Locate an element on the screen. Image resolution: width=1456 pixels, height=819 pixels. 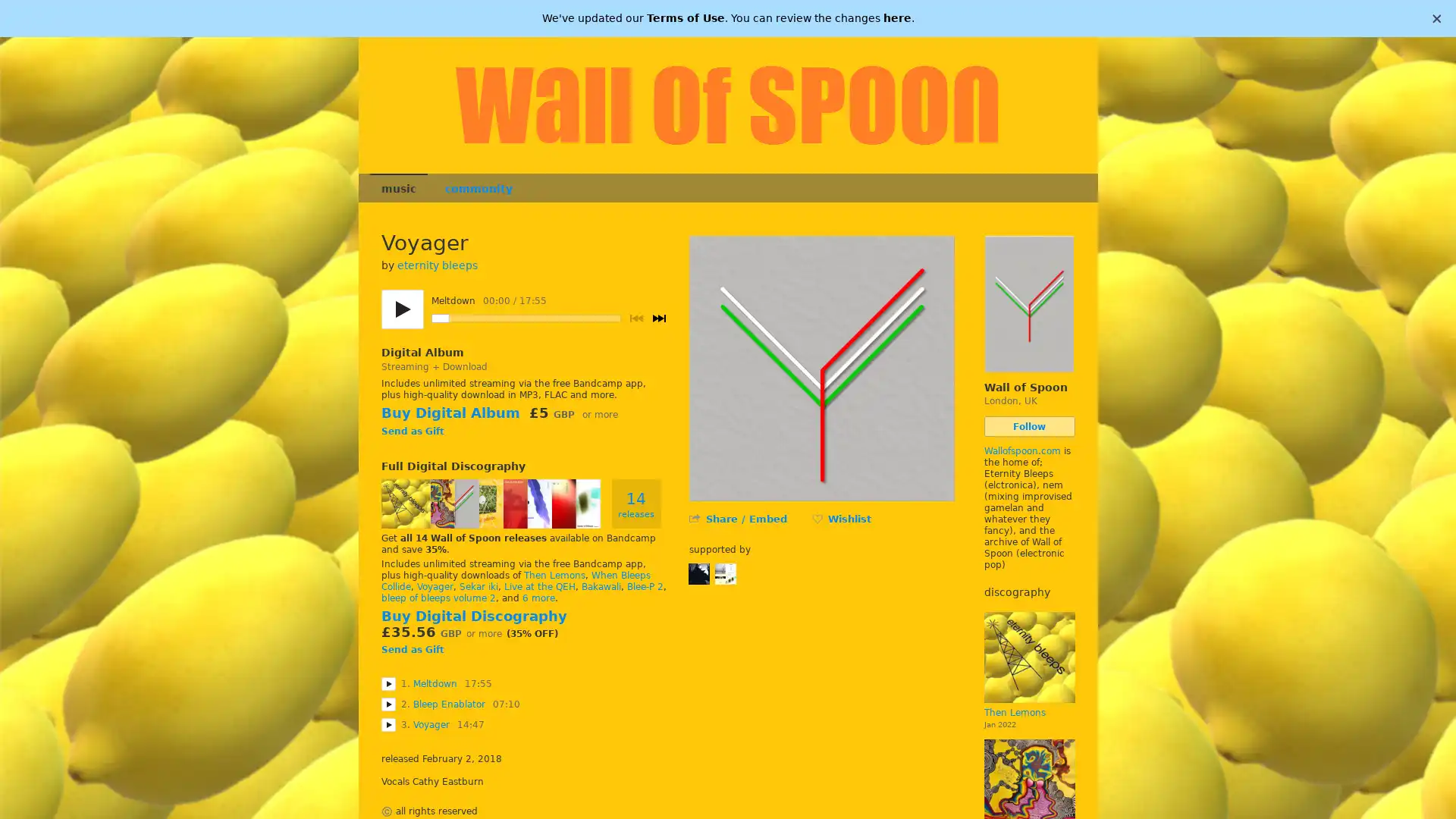
Digital Album is located at coordinates (422, 353).